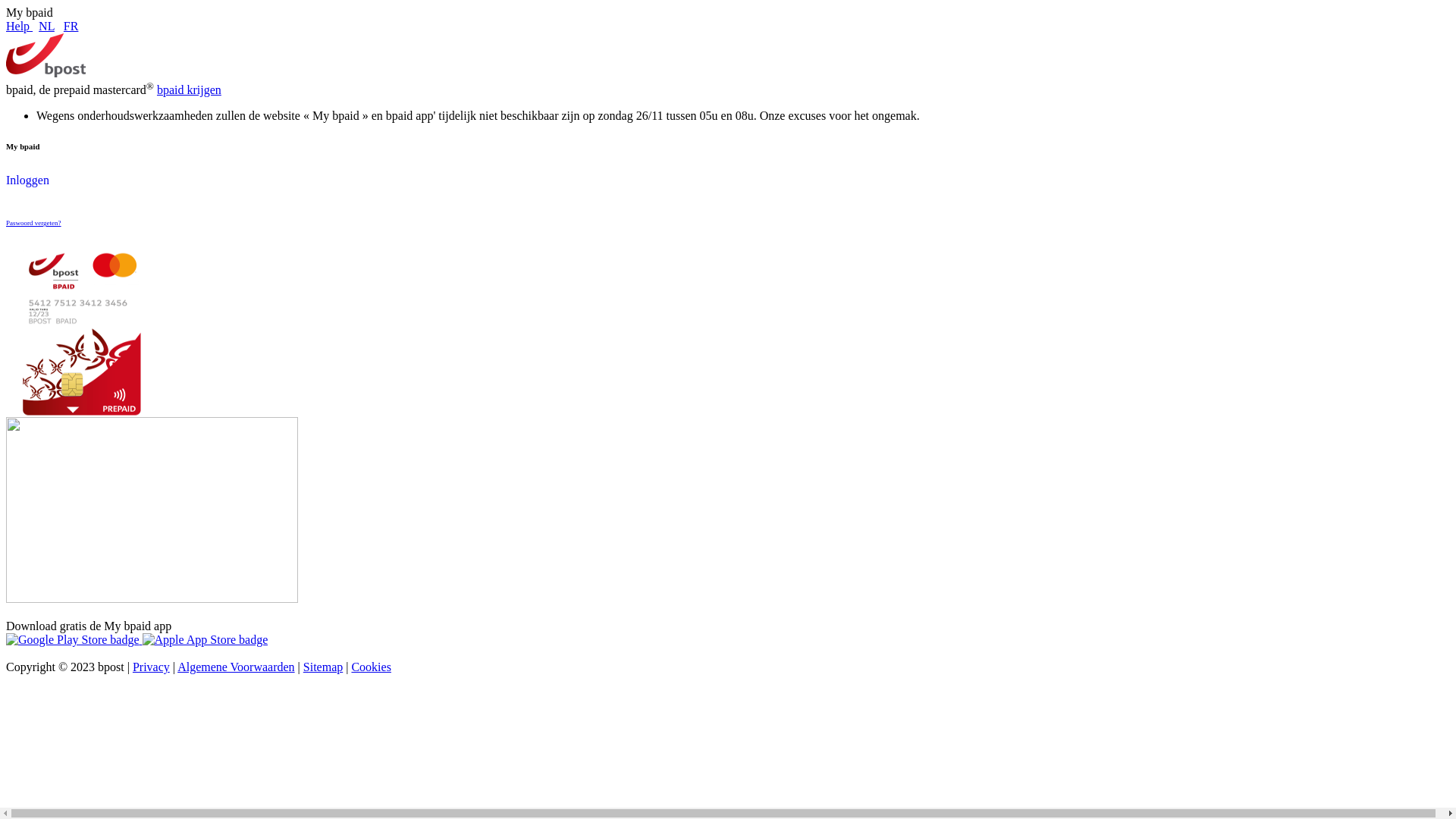 The width and height of the screenshot is (1456, 819). What do you see at coordinates (27, 179) in the screenshot?
I see `'Inloggen'` at bounding box center [27, 179].